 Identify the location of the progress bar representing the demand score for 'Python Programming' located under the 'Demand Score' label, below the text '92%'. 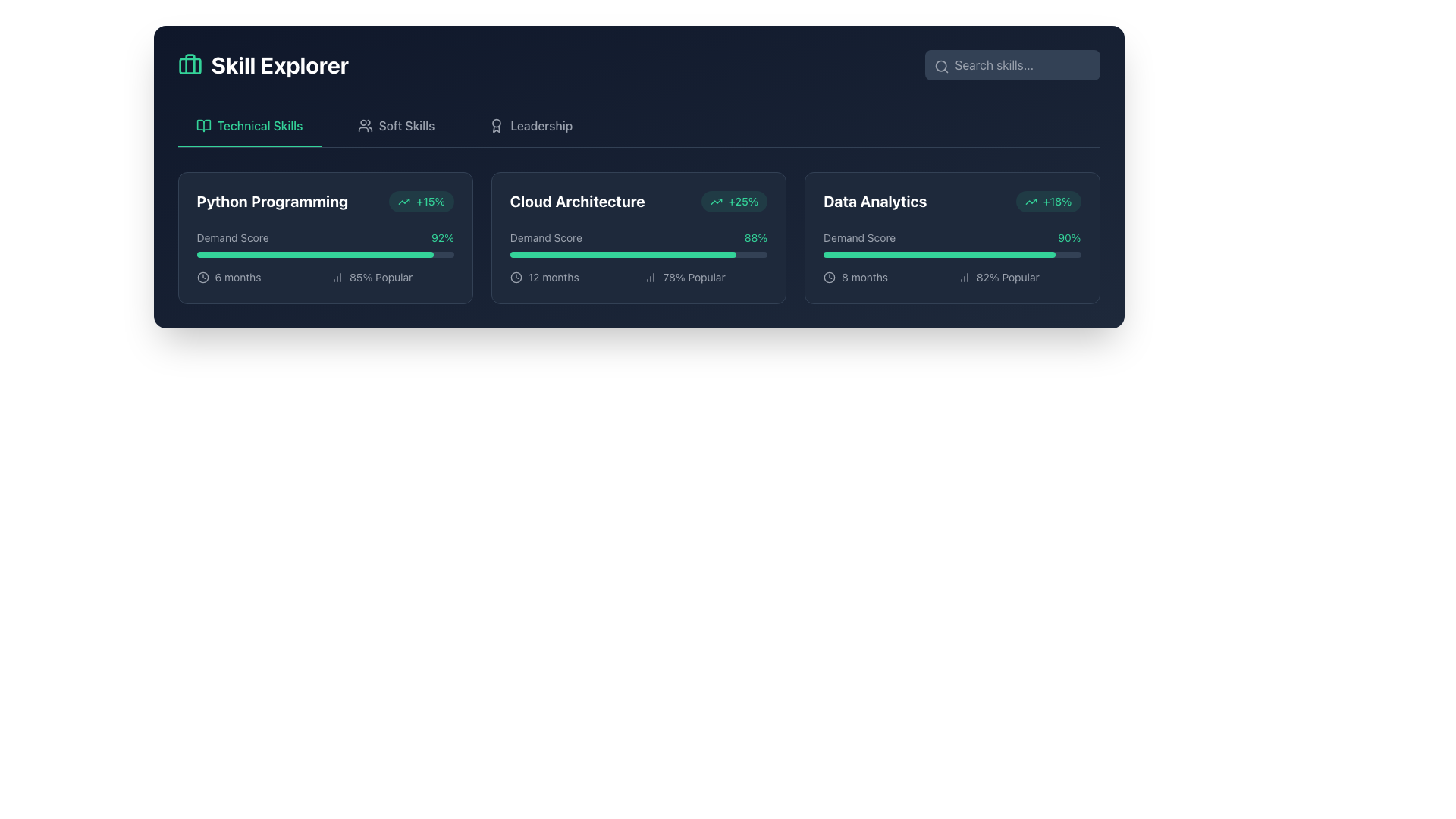
(325, 253).